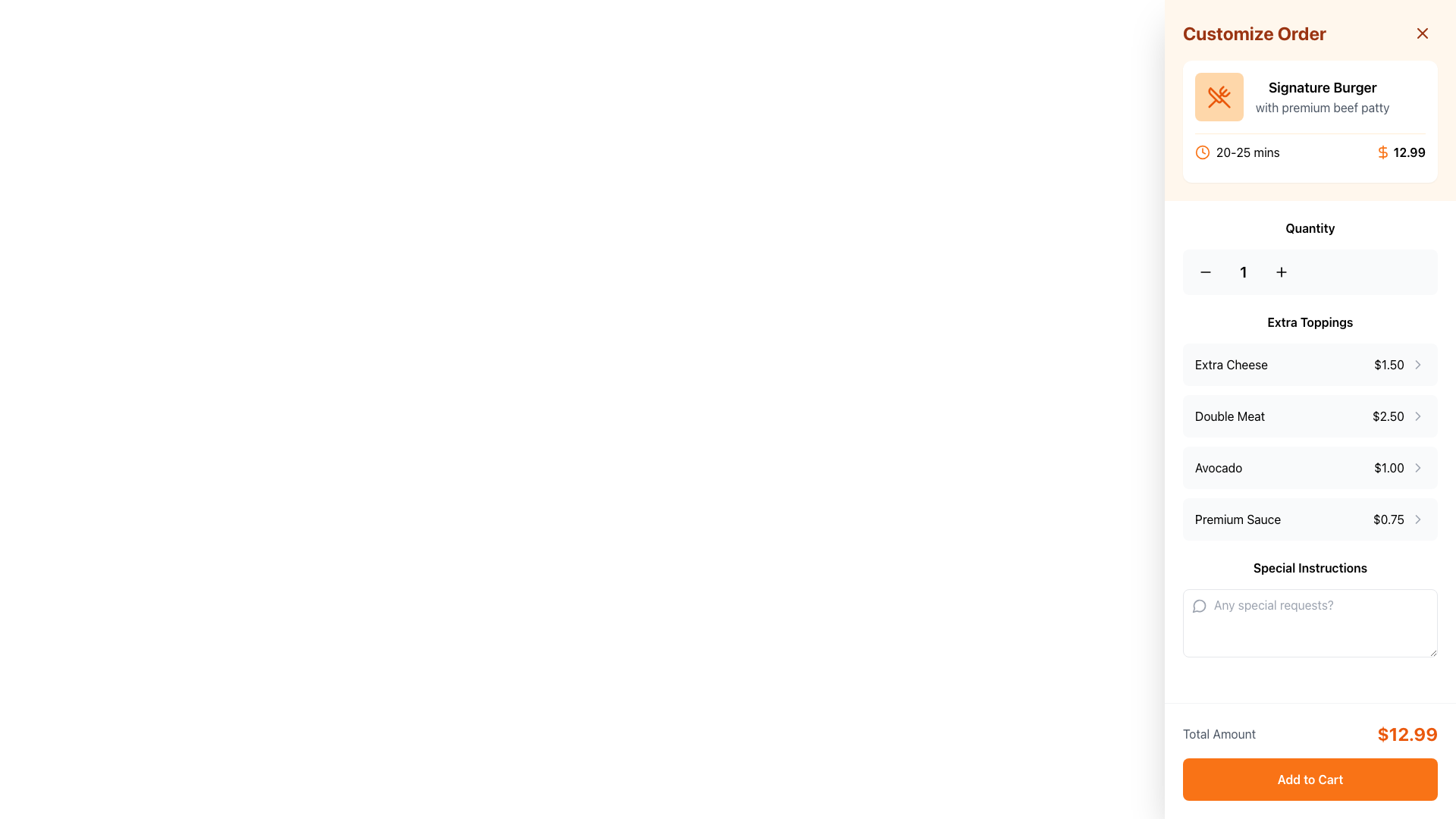 The width and height of the screenshot is (1456, 819). What do you see at coordinates (1388, 416) in the screenshot?
I see `displayed price from the text label showing '$2.50', which is styled in a dark font on a white background and is located to the right of the 'Double Meat' label` at bounding box center [1388, 416].